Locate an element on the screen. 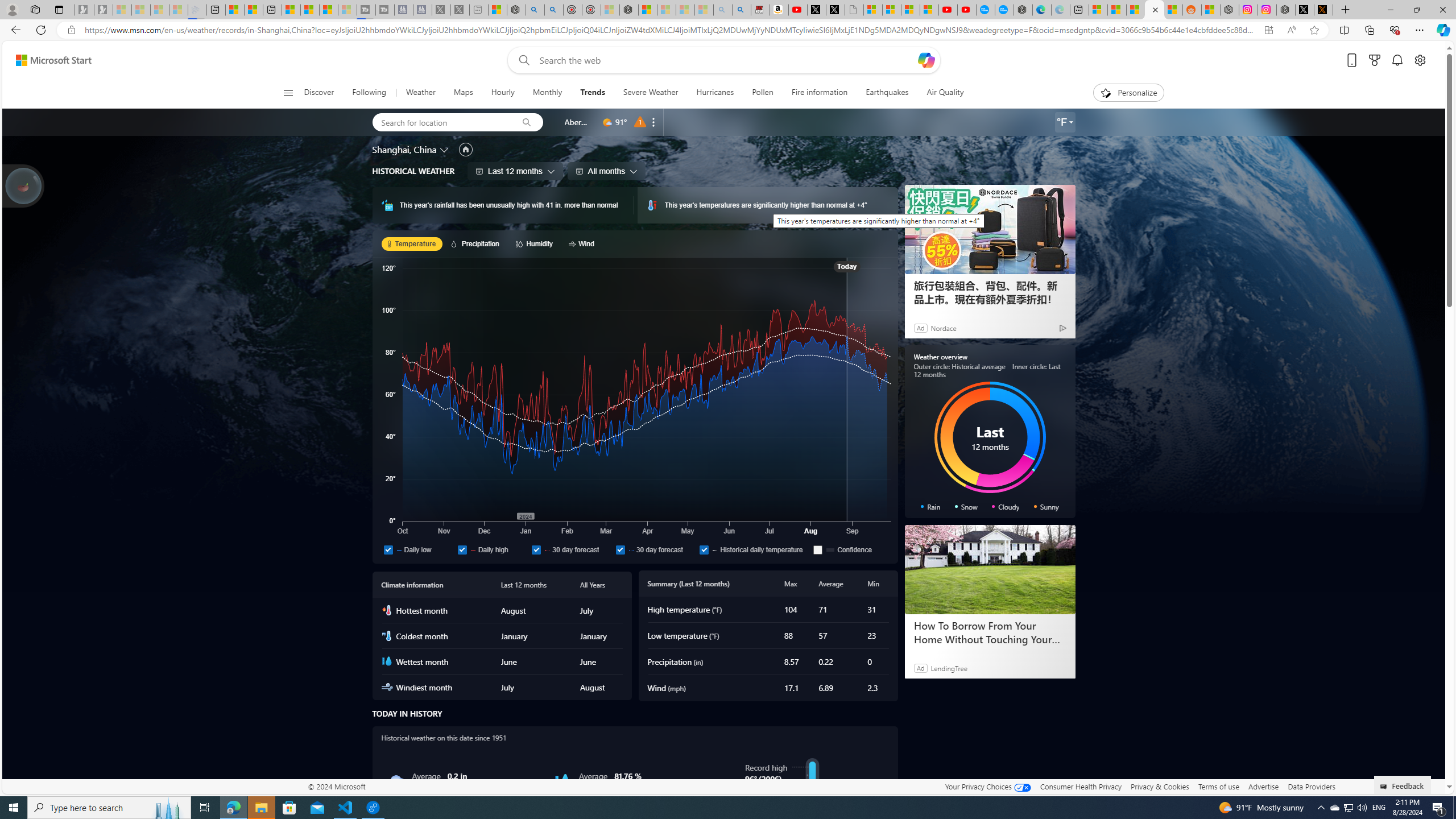  'Confidence' is located at coordinates (818, 549).